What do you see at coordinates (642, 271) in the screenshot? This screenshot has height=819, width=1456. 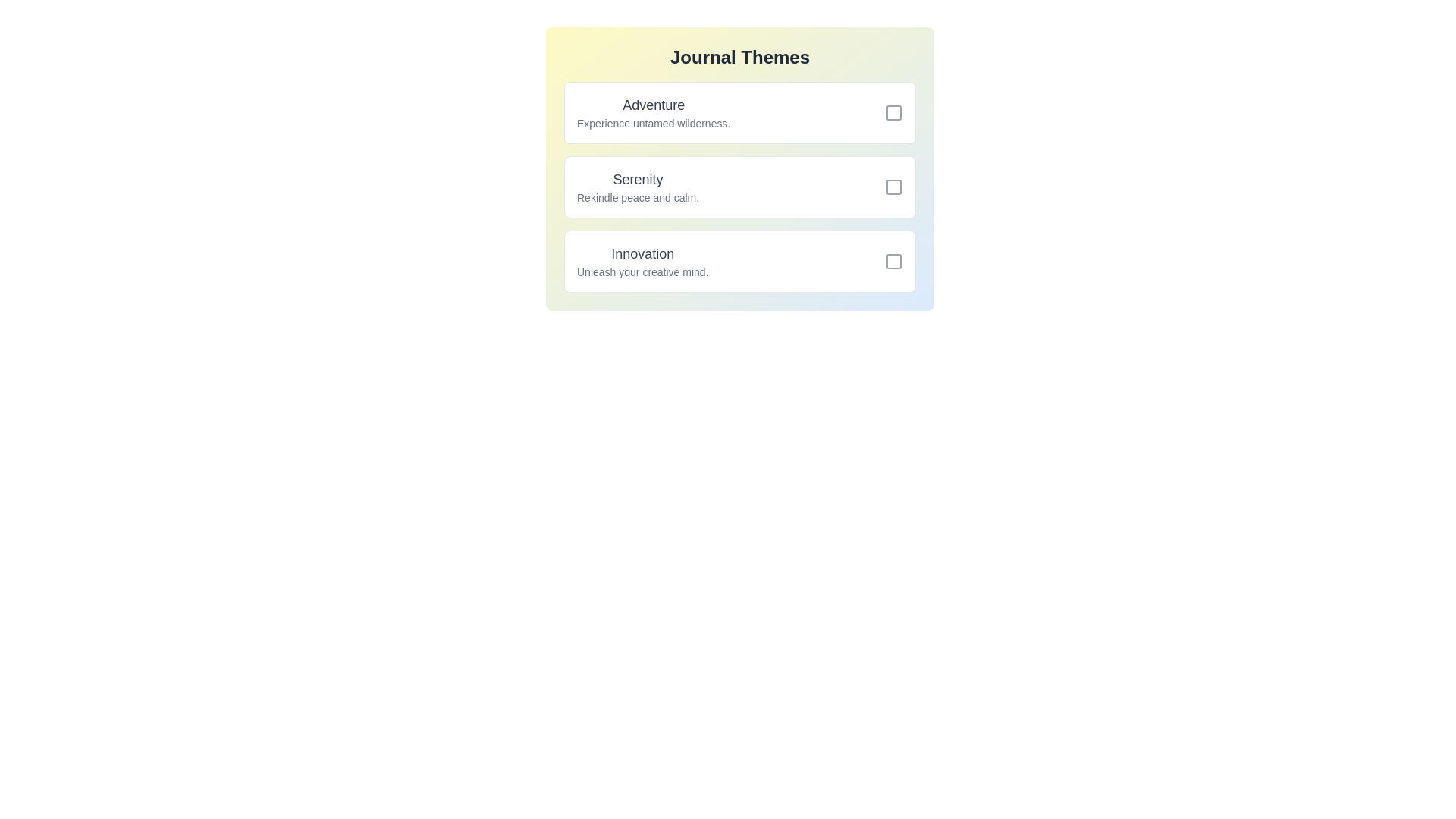 I see `the text label that provides supplementary information for the title 'Innovation', located directly beneath it in the third item of a vertical list of themes` at bounding box center [642, 271].